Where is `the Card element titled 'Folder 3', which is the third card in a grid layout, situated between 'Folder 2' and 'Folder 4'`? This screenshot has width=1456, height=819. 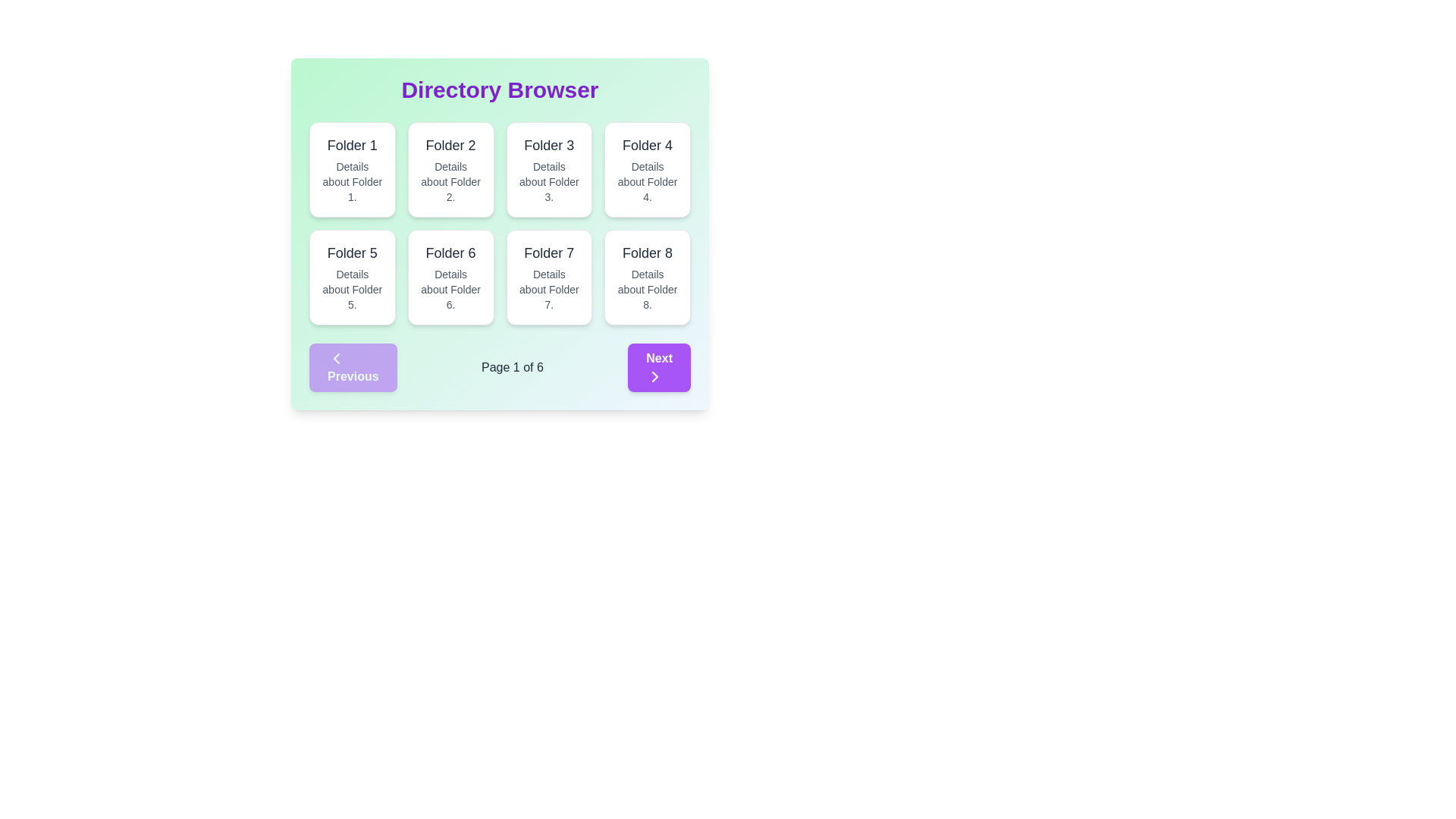 the Card element titled 'Folder 3', which is the third card in a grid layout, situated between 'Folder 2' and 'Folder 4' is located at coordinates (548, 169).